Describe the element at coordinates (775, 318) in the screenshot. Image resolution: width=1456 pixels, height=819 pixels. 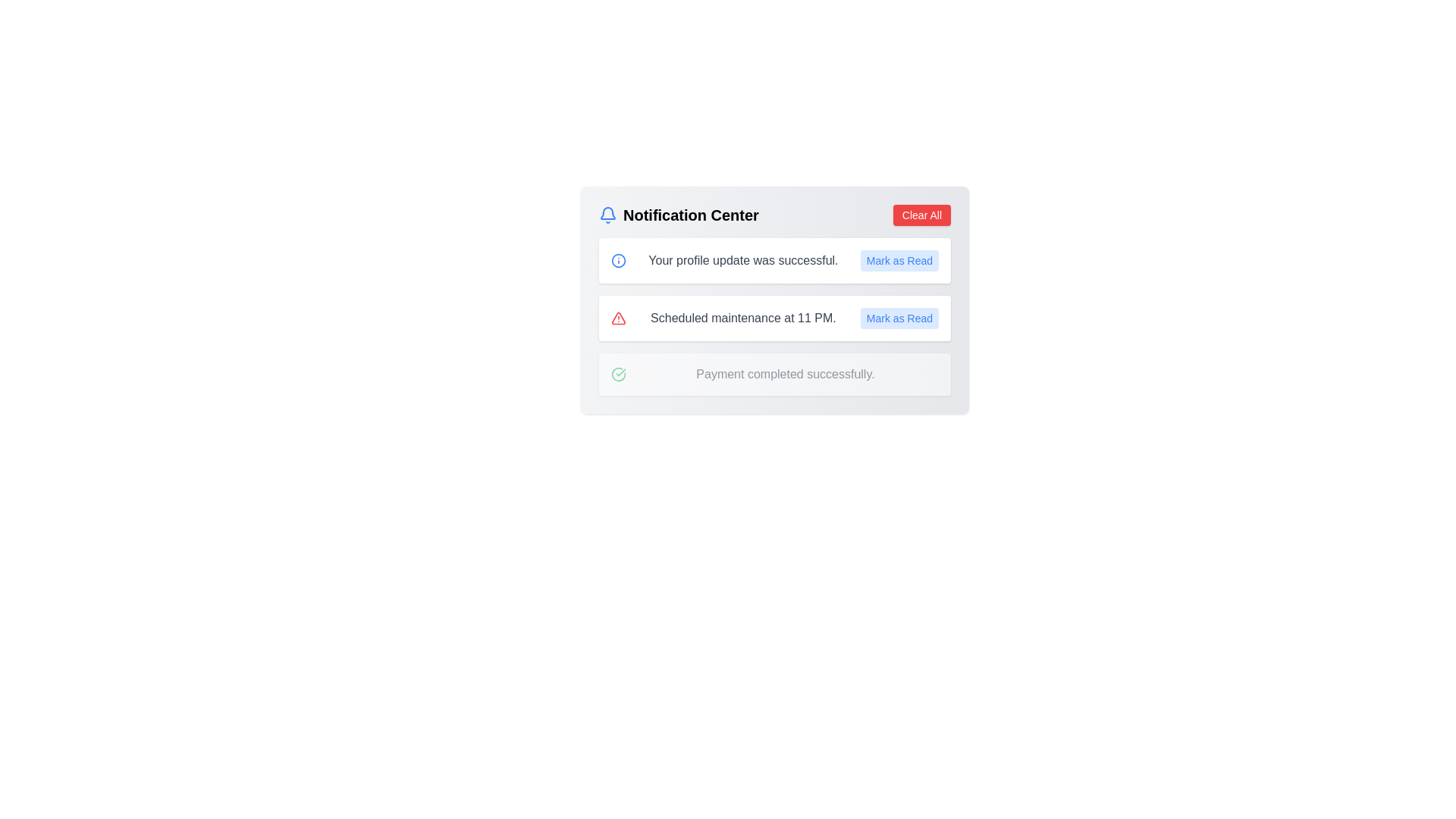
I see `notification text of the second notification card, which contains the message 'Scheduled maintenance at 11 PM.'` at that location.